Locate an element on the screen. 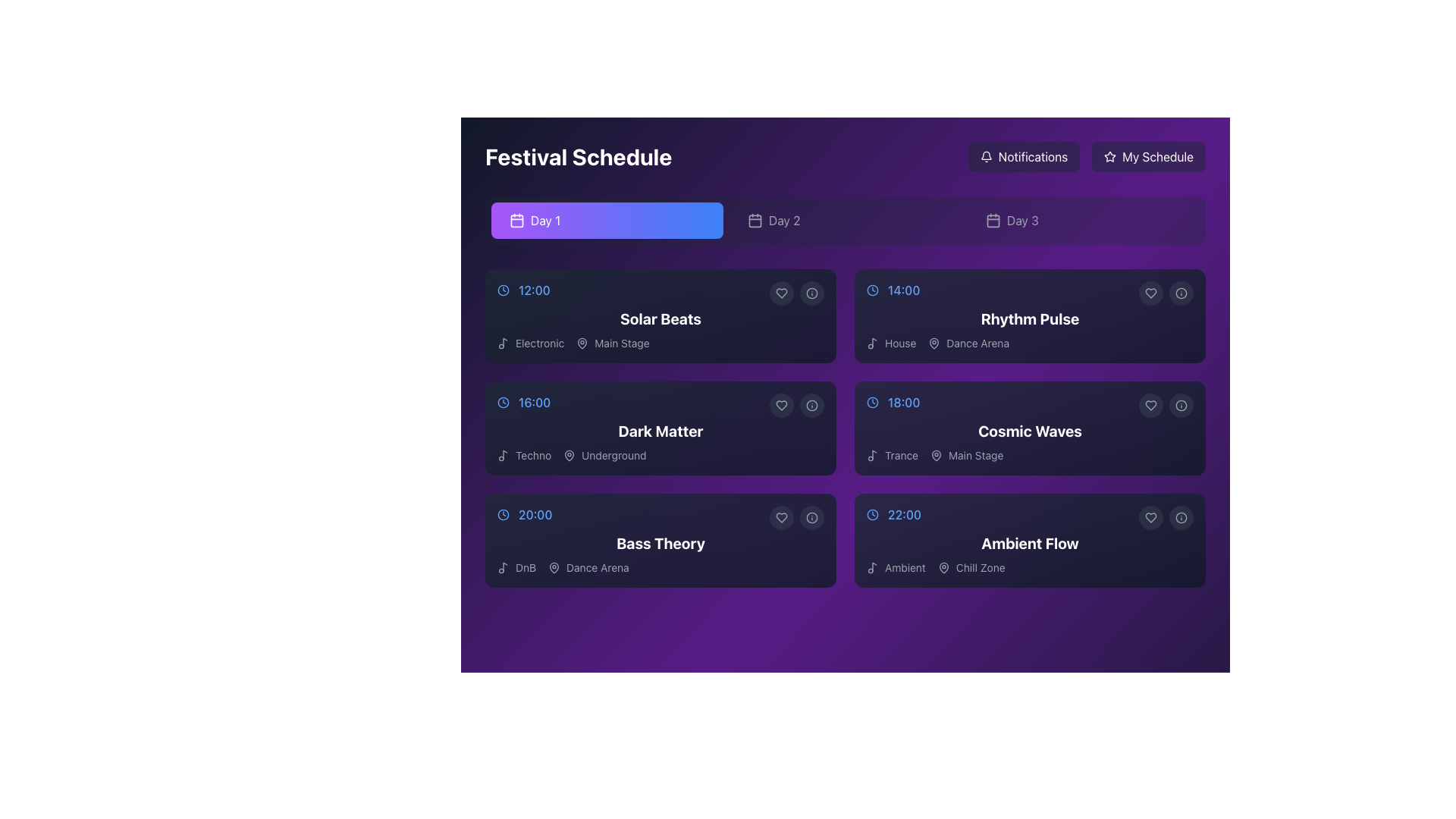 The height and width of the screenshot is (819, 1456). the 'Dance Arena' label indicator, which features a location pin icon and light gray text, located in the second column, second row of the event lineup grid, immediately after the 'House' text is located at coordinates (968, 343).